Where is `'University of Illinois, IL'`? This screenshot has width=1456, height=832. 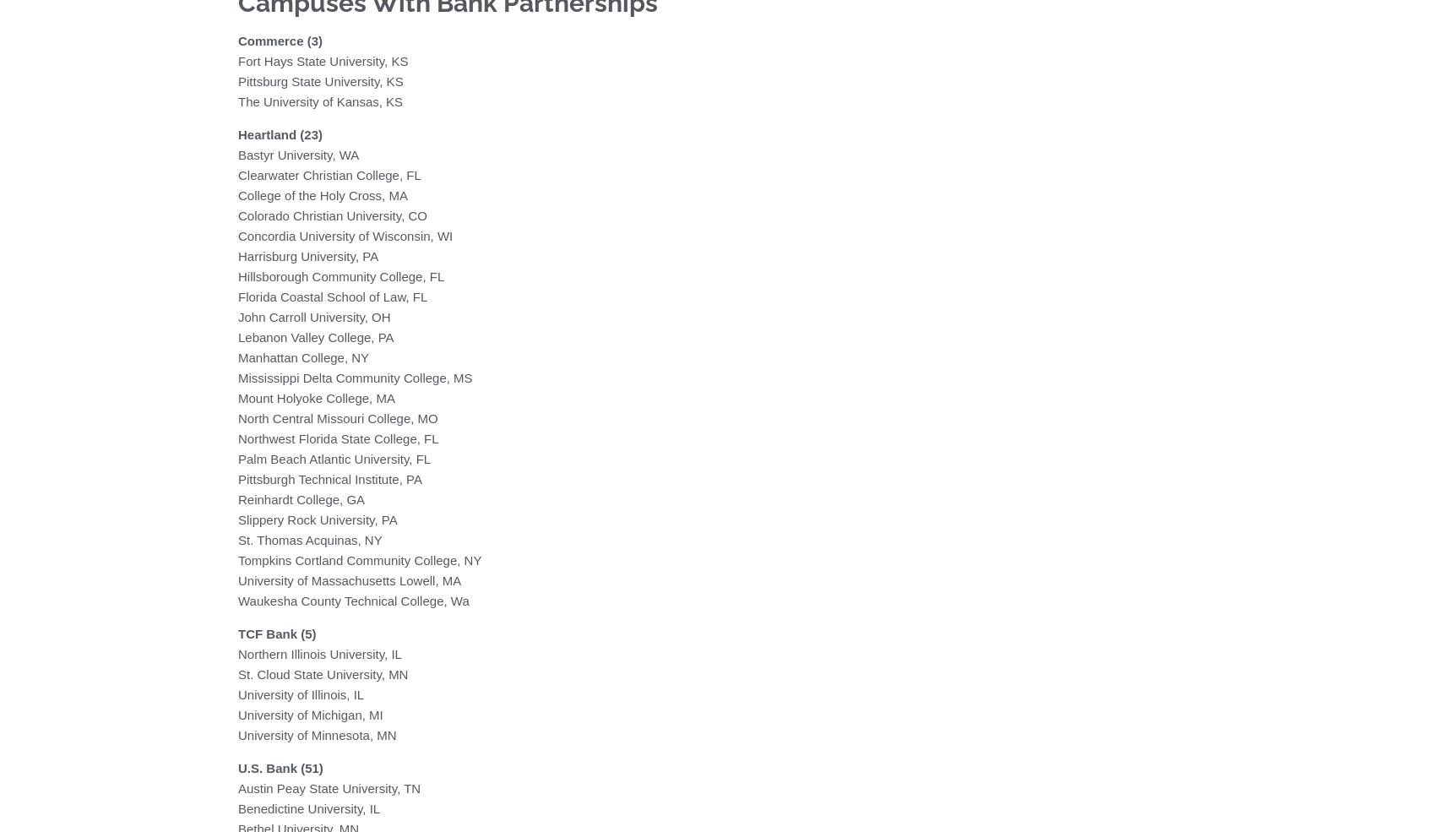 'University of Illinois, IL' is located at coordinates (301, 693).